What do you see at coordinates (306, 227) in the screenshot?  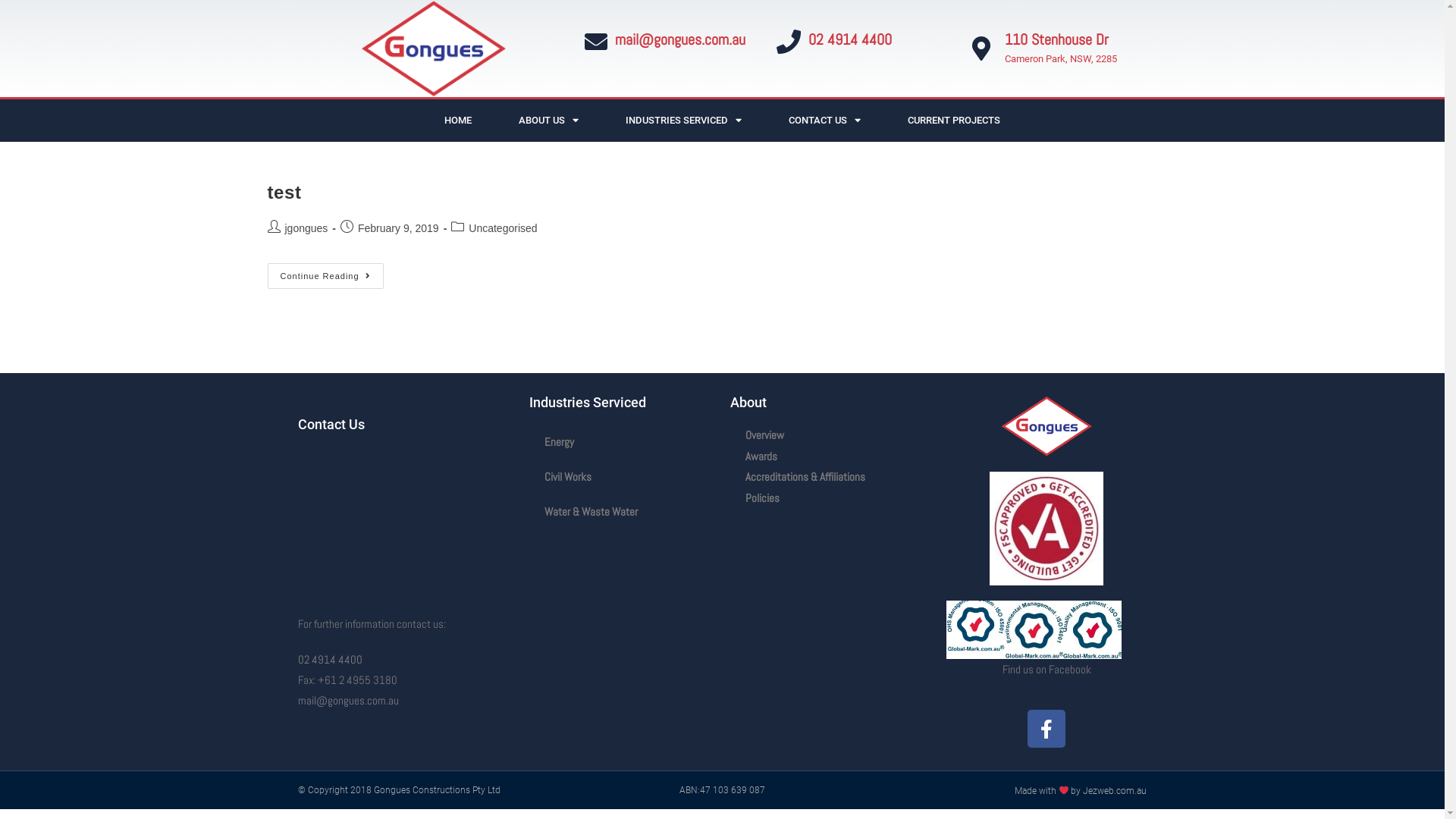 I see `'jgongues'` at bounding box center [306, 227].